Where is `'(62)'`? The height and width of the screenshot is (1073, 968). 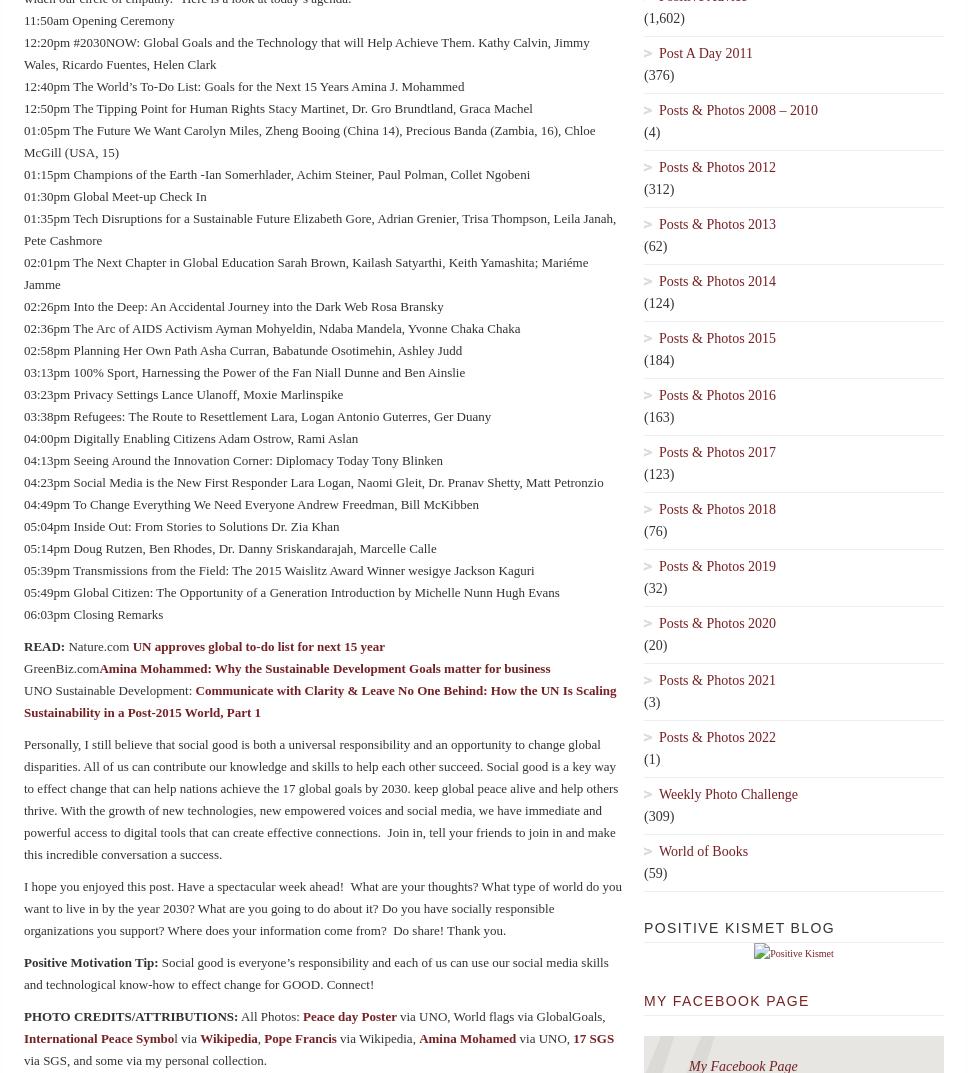
'(62)' is located at coordinates (655, 245).